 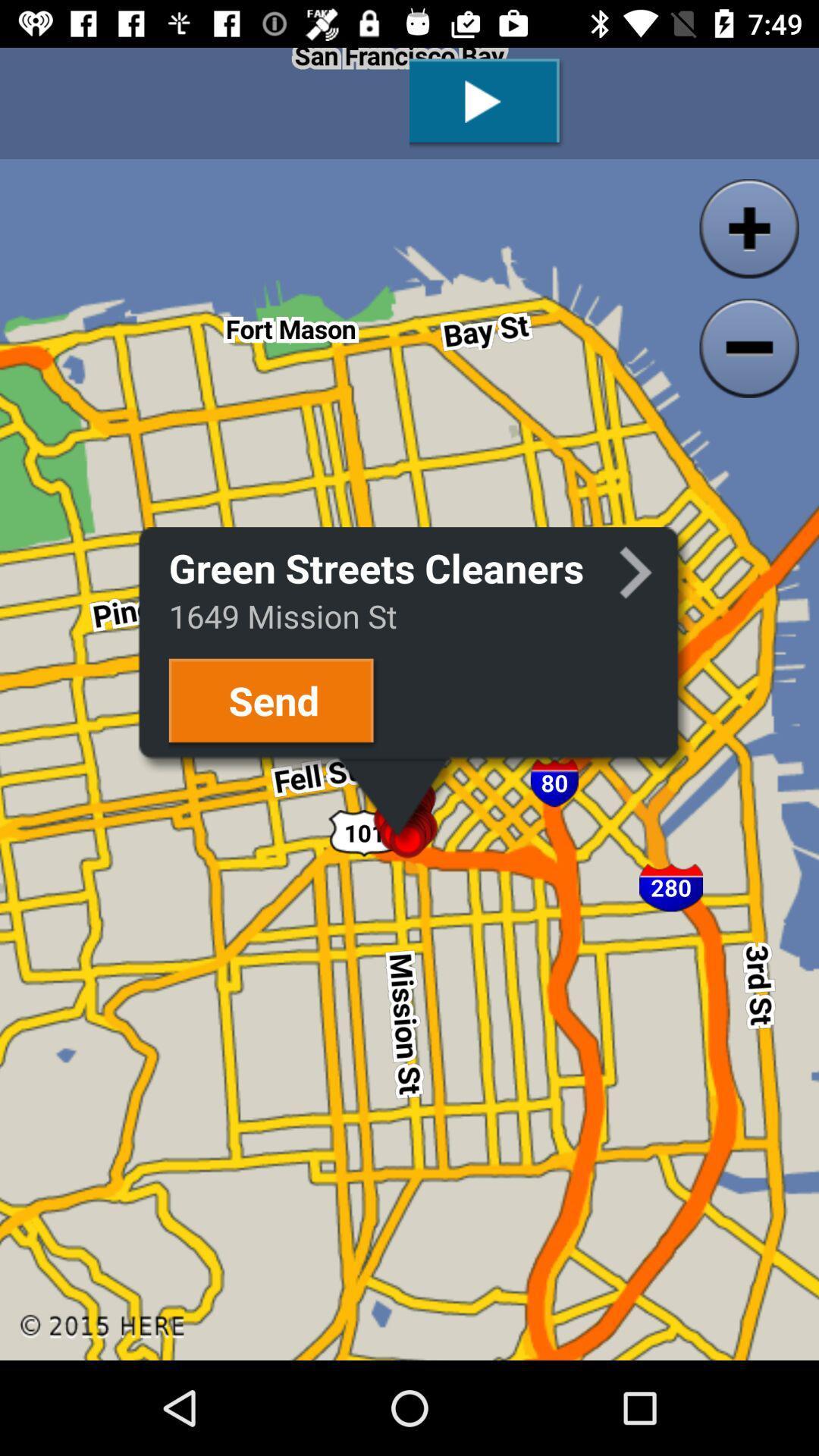 I want to click on icon below the 1649 mission st, so click(x=274, y=702).